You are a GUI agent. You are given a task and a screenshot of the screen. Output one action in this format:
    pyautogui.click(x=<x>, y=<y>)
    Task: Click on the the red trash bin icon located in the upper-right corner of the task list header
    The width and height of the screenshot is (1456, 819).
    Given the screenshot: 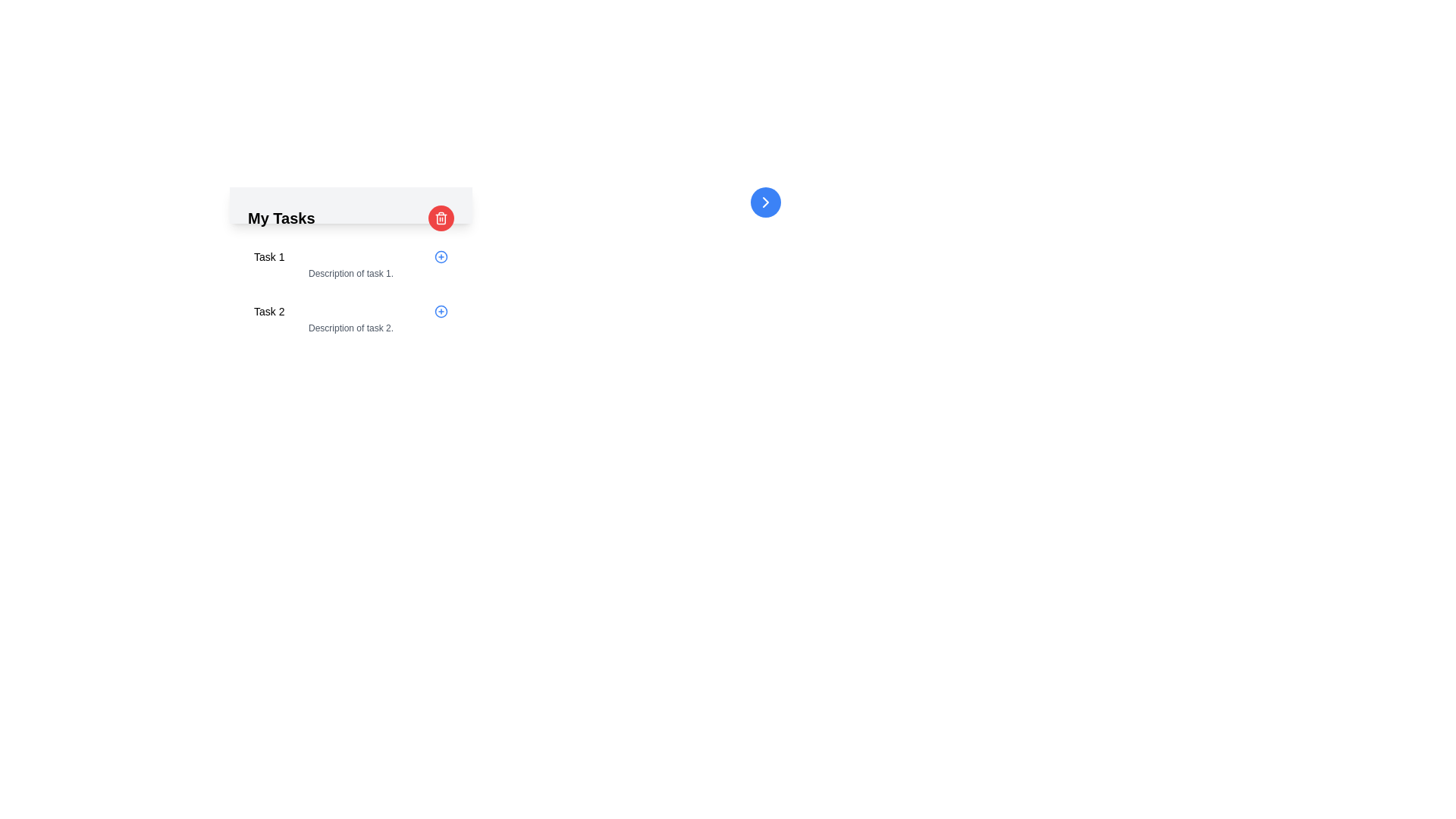 What is the action you would take?
    pyautogui.click(x=440, y=219)
    